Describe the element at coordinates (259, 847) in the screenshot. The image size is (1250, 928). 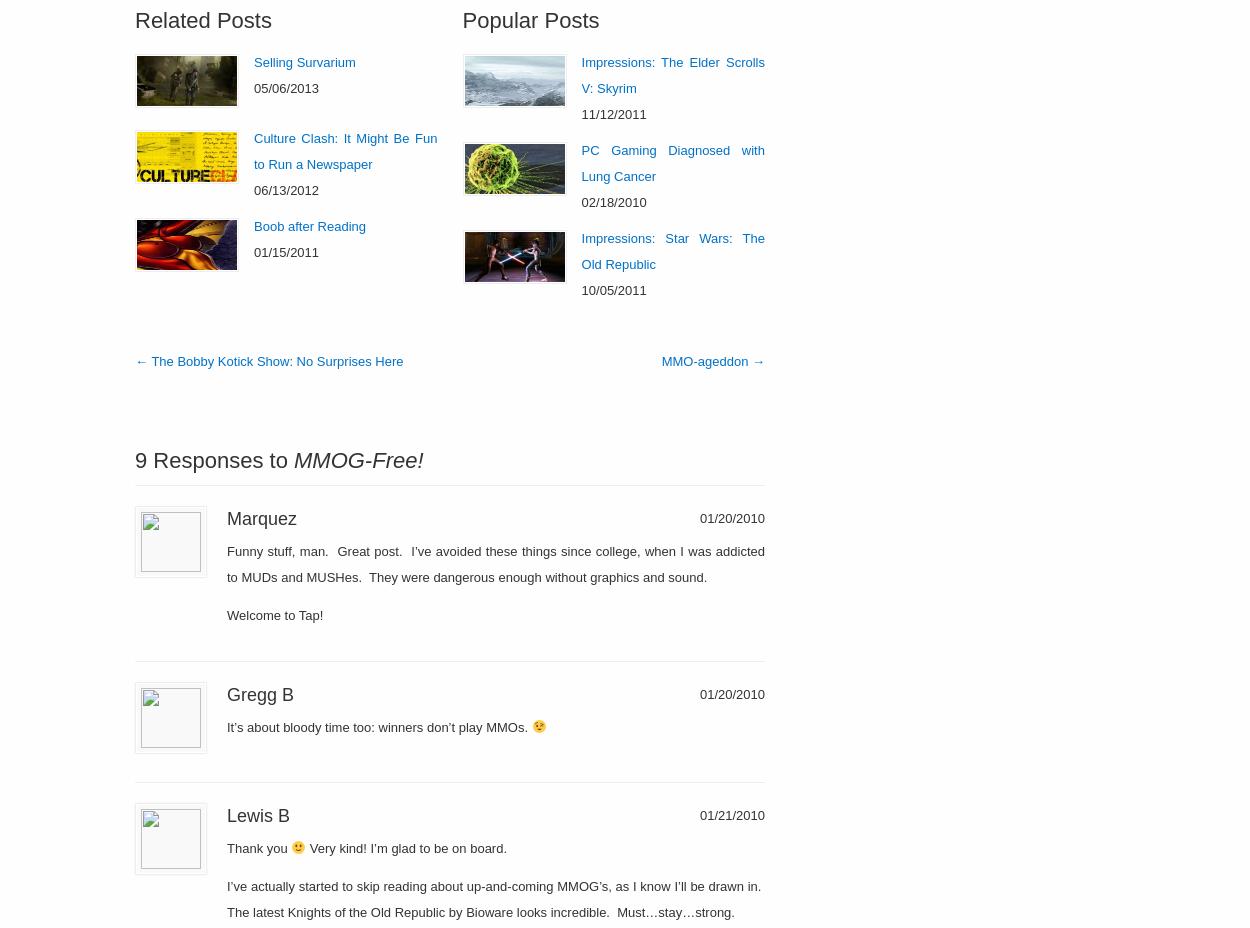
I see `'Thank you'` at that location.